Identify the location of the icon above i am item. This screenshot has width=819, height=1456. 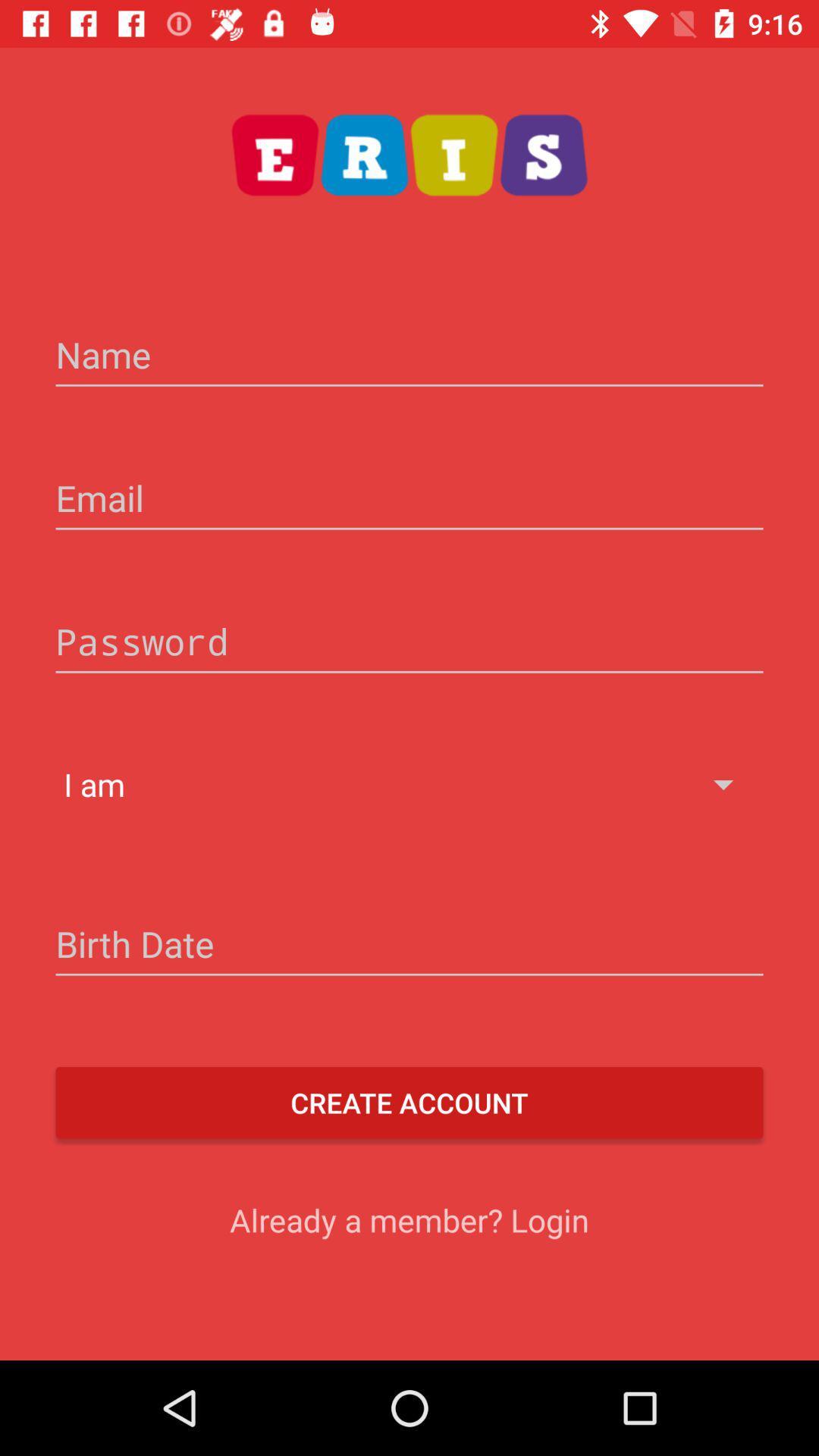
(409, 644).